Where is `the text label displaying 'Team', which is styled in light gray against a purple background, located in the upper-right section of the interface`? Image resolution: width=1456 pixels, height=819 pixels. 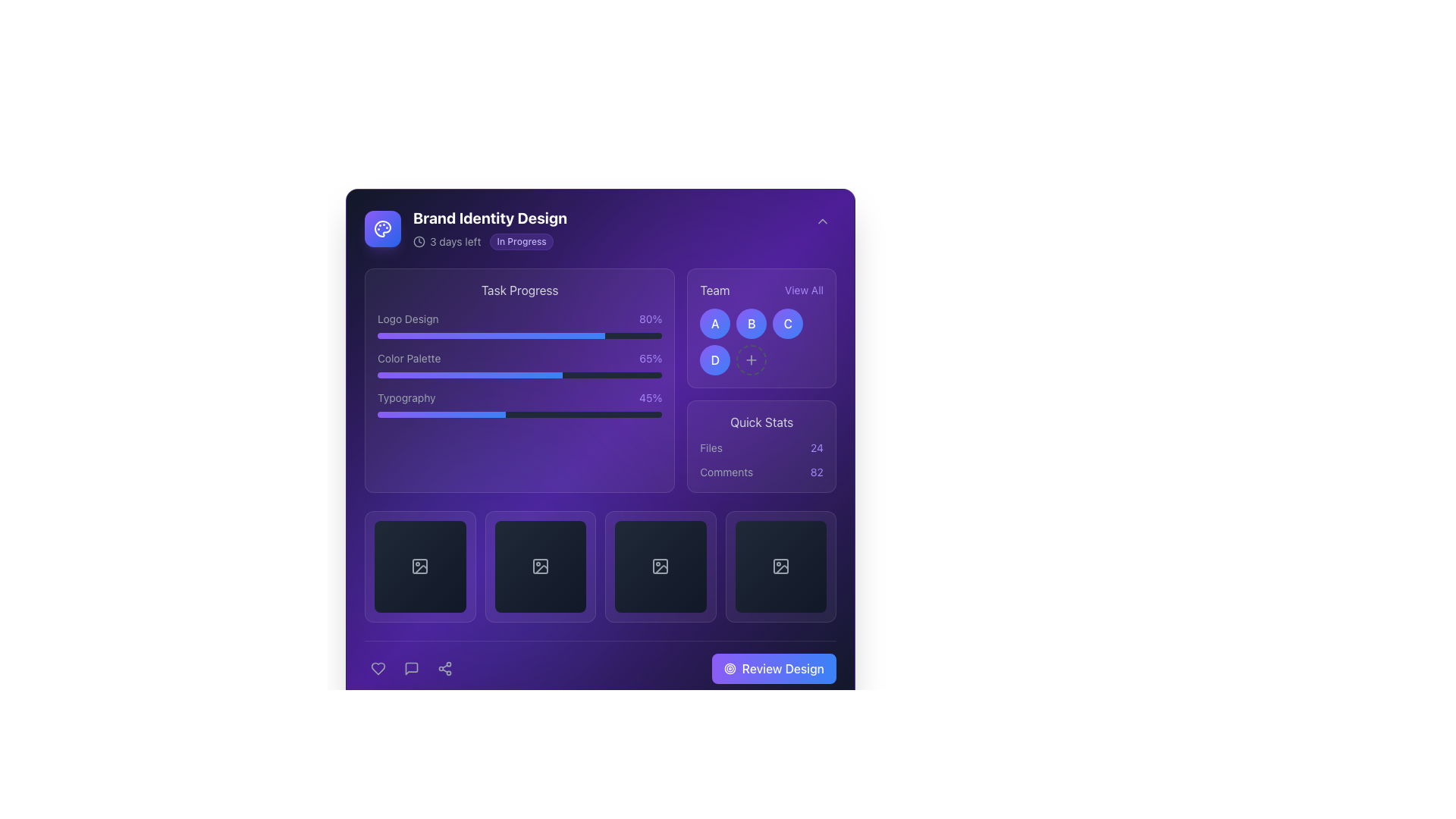
the text label displaying 'Team', which is styled in light gray against a purple background, located in the upper-right section of the interface is located at coordinates (714, 290).